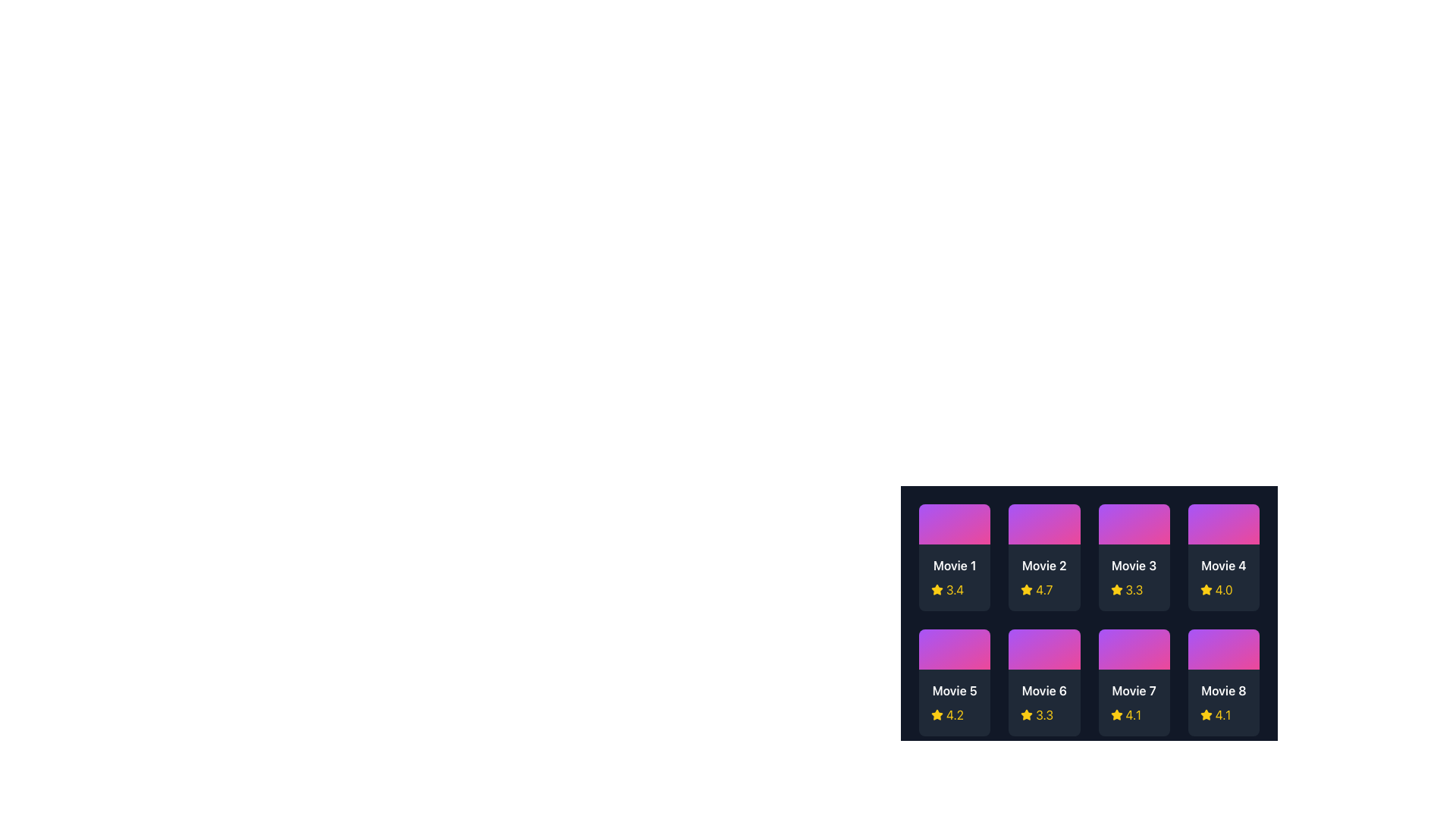 The width and height of the screenshot is (1456, 819). Describe the element at coordinates (937, 714) in the screenshot. I see `the Star Icon representing the rating score of '4.2' for 'Movie 5' in the second row, first column of the grid` at that location.